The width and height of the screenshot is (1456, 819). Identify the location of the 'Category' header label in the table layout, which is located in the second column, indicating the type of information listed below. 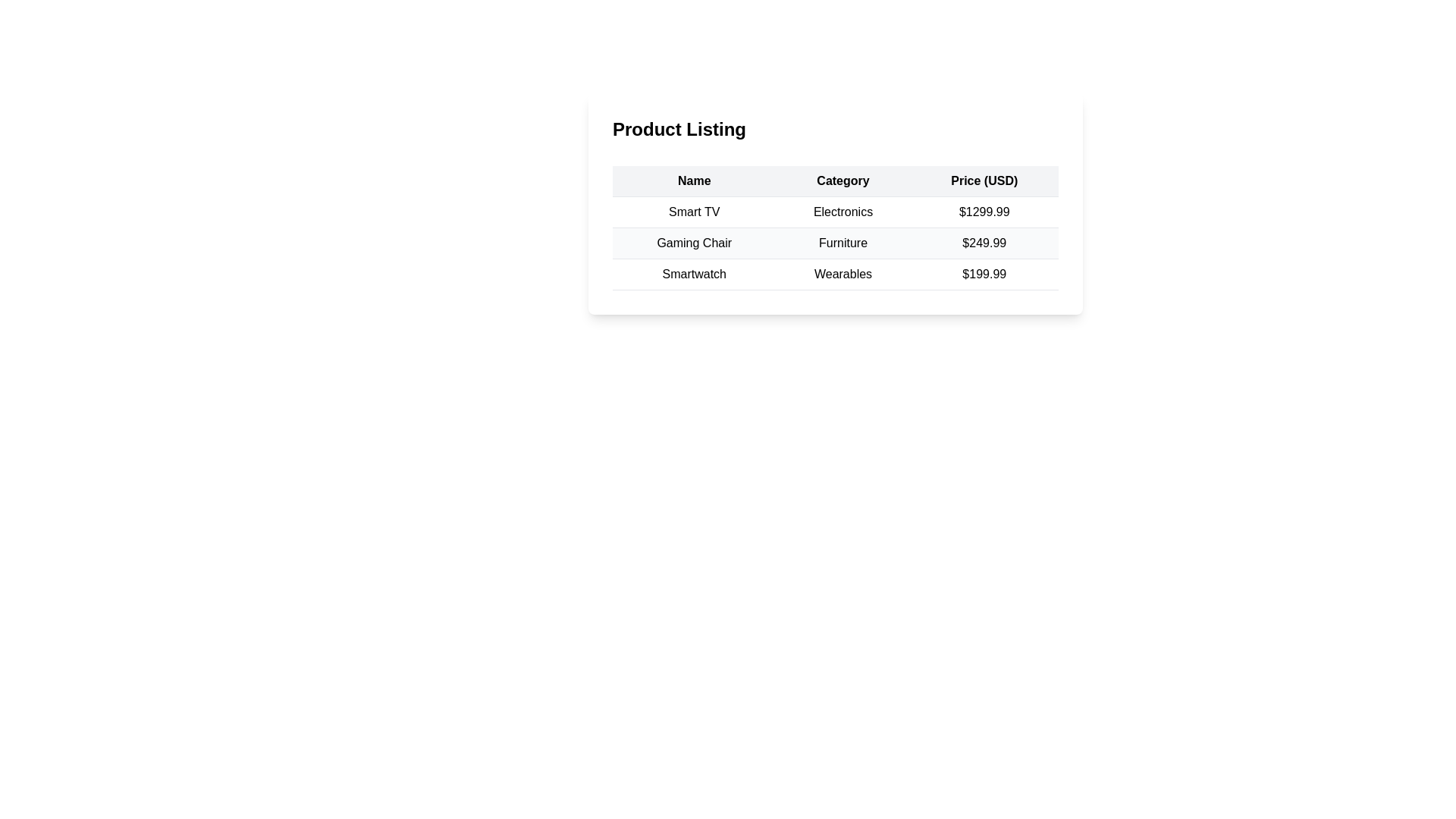
(843, 180).